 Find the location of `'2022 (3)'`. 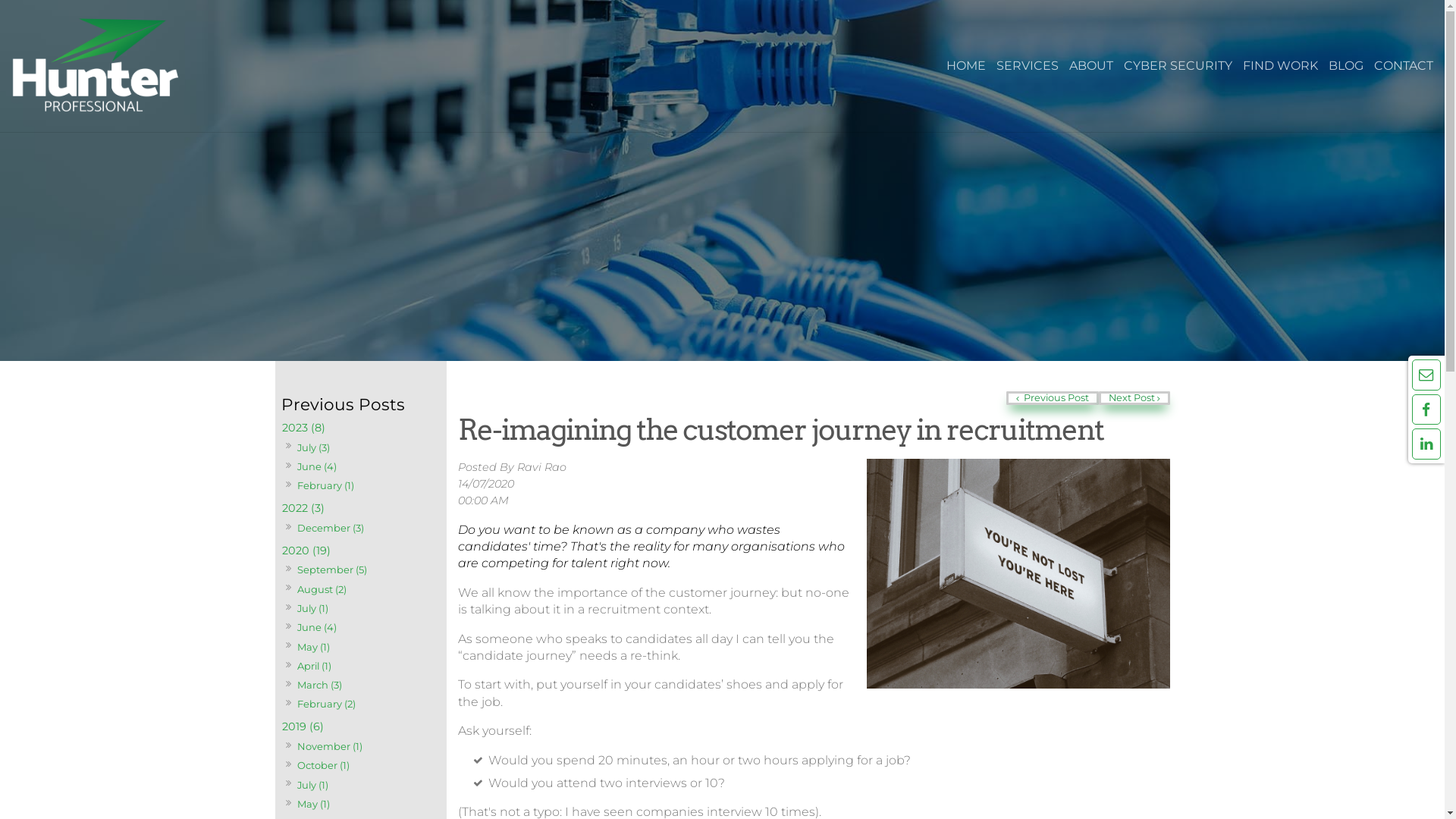

'2022 (3)' is located at coordinates (359, 508).